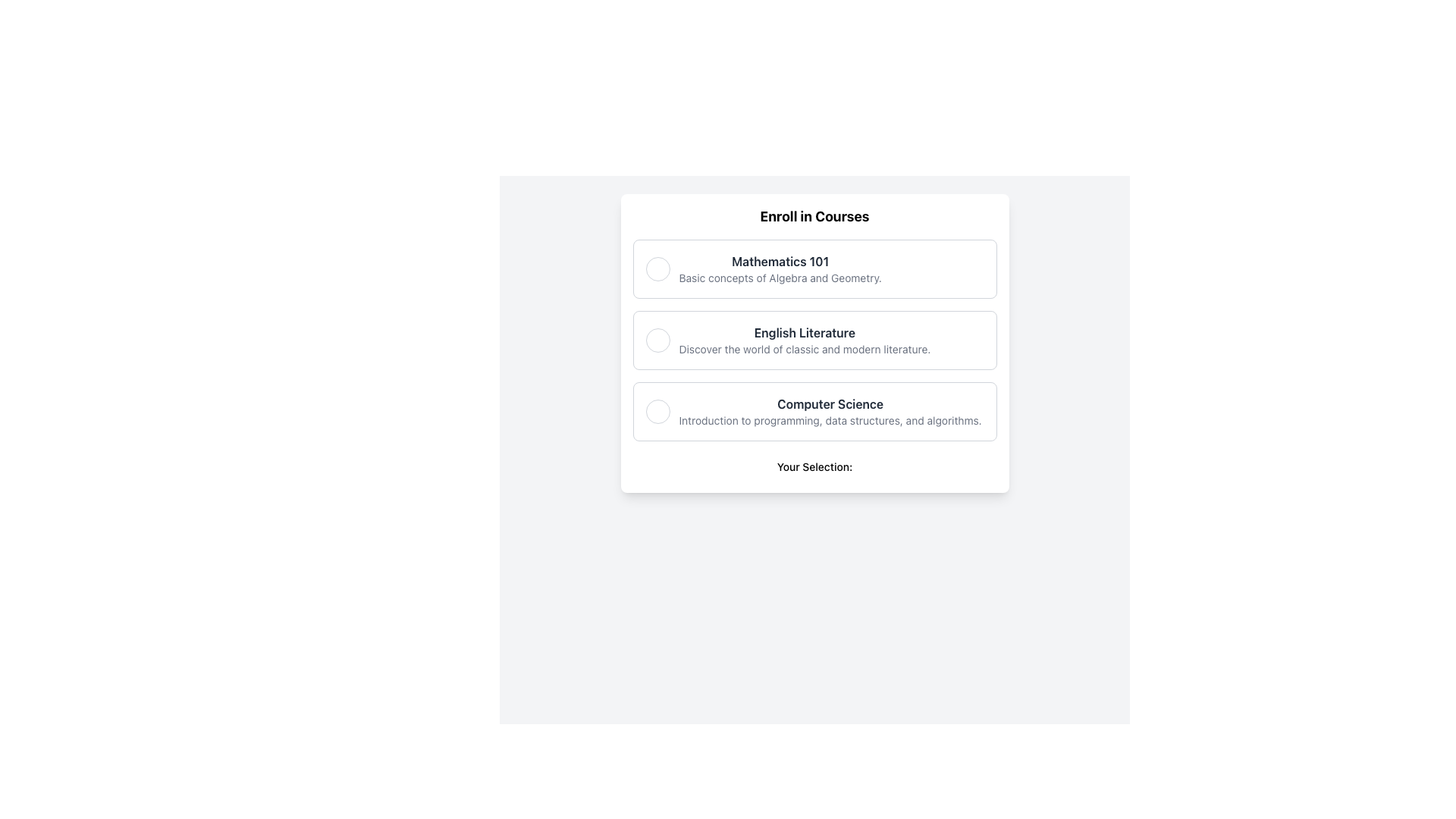 This screenshot has width=1456, height=819. Describe the element at coordinates (657, 412) in the screenshot. I see `on the Circle selection indicator located` at that location.